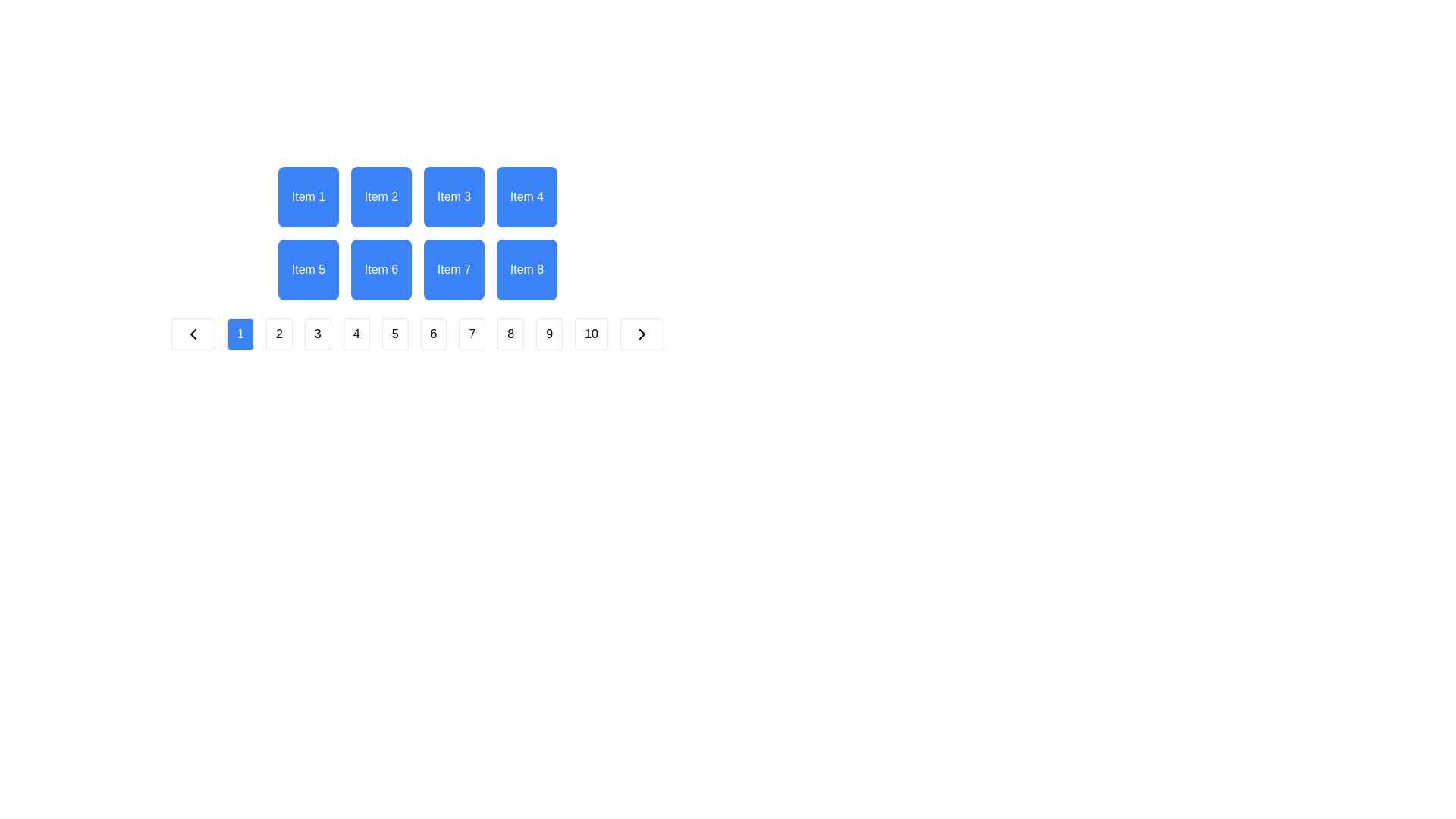 The height and width of the screenshot is (819, 1456). Describe the element at coordinates (432, 333) in the screenshot. I see `the pagination button displaying the number '6'` at that location.